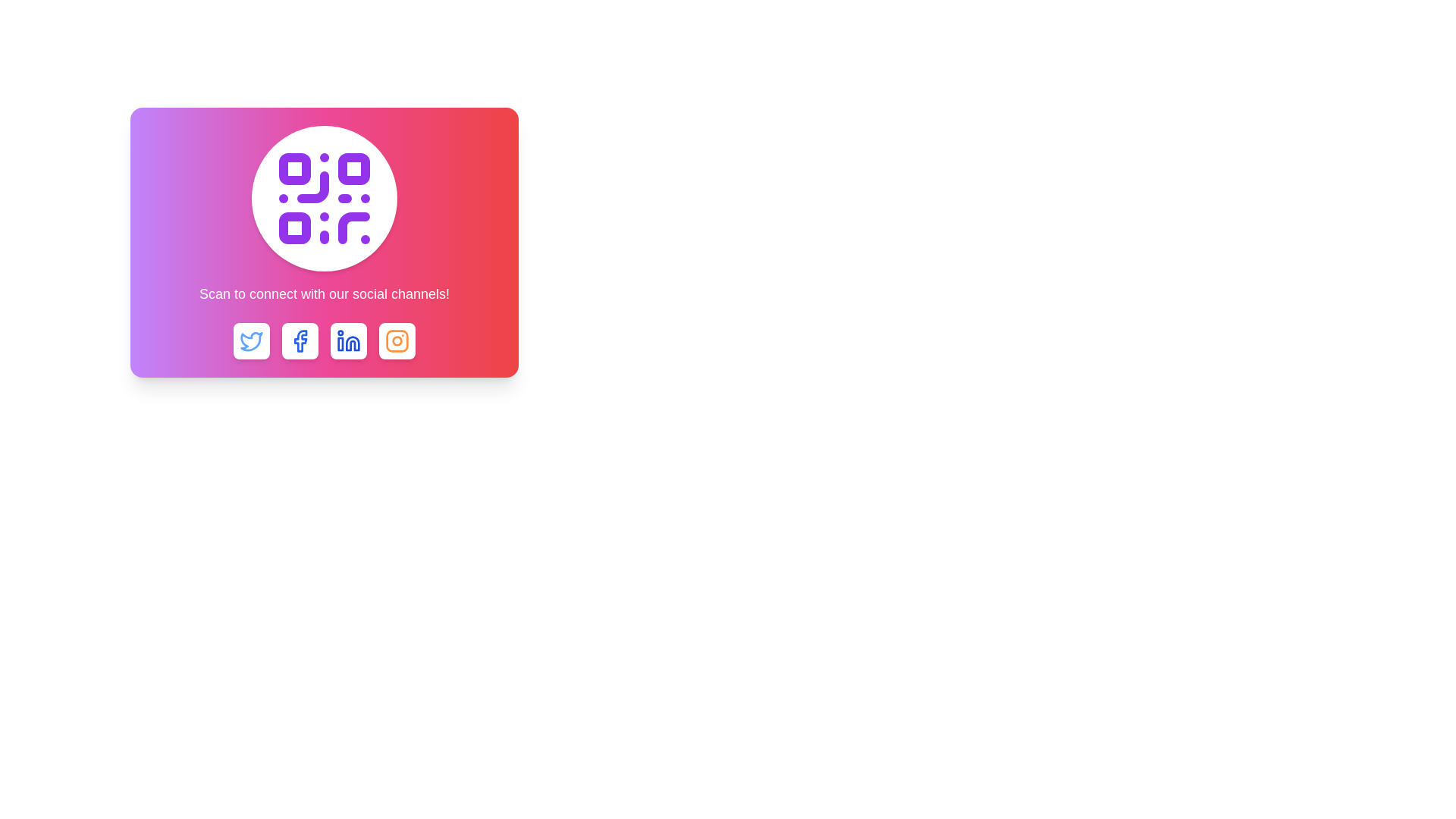  What do you see at coordinates (397, 341) in the screenshot?
I see `the Instagram navigation button, which is the fourth button in a row of social media icons at the far-right of the card layout` at bounding box center [397, 341].